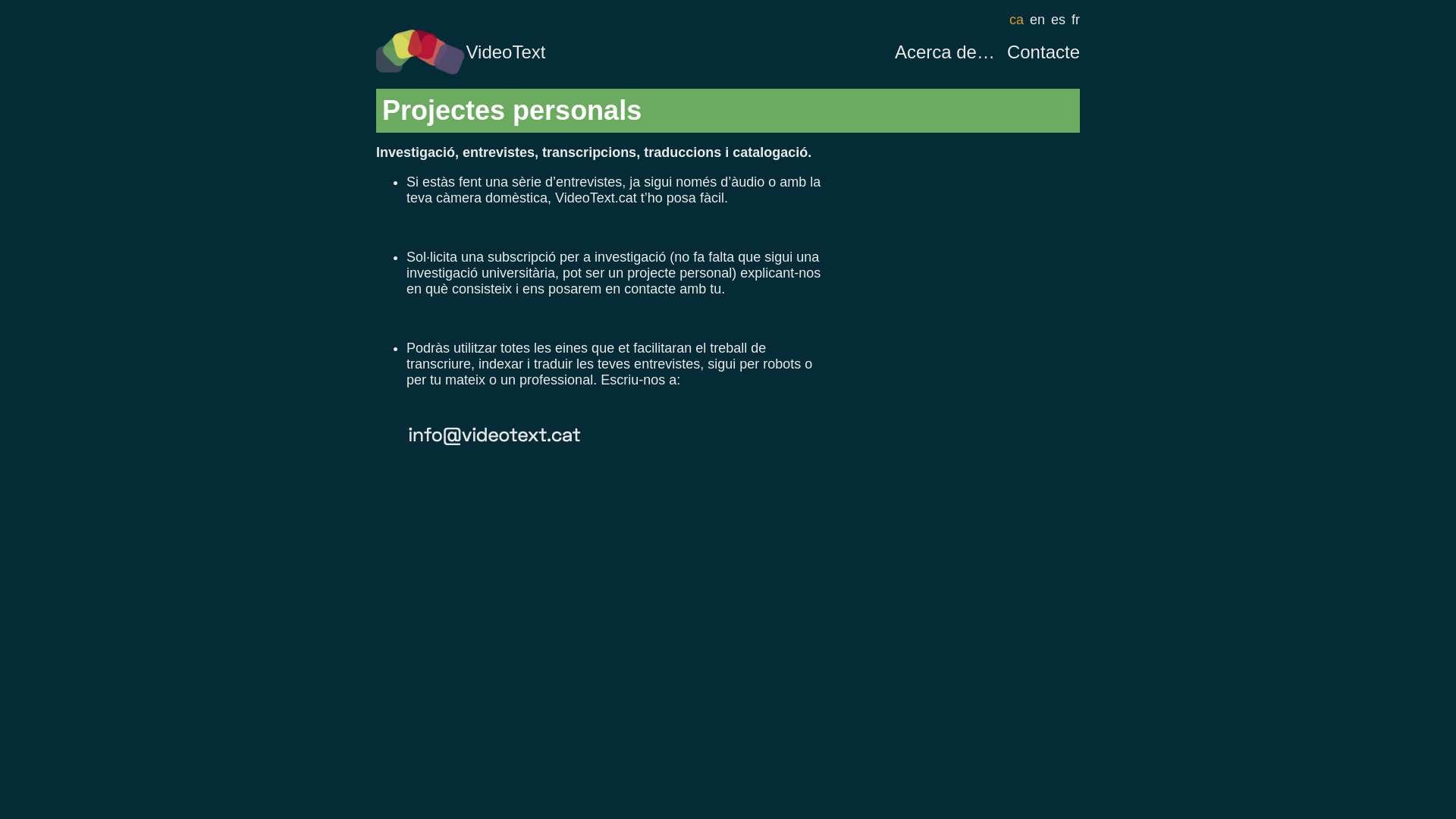 The height and width of the screenshot is (819, 1456). Describe the element at coordinates (1037, 20) in the screenshot. I see `'en'` at that location.